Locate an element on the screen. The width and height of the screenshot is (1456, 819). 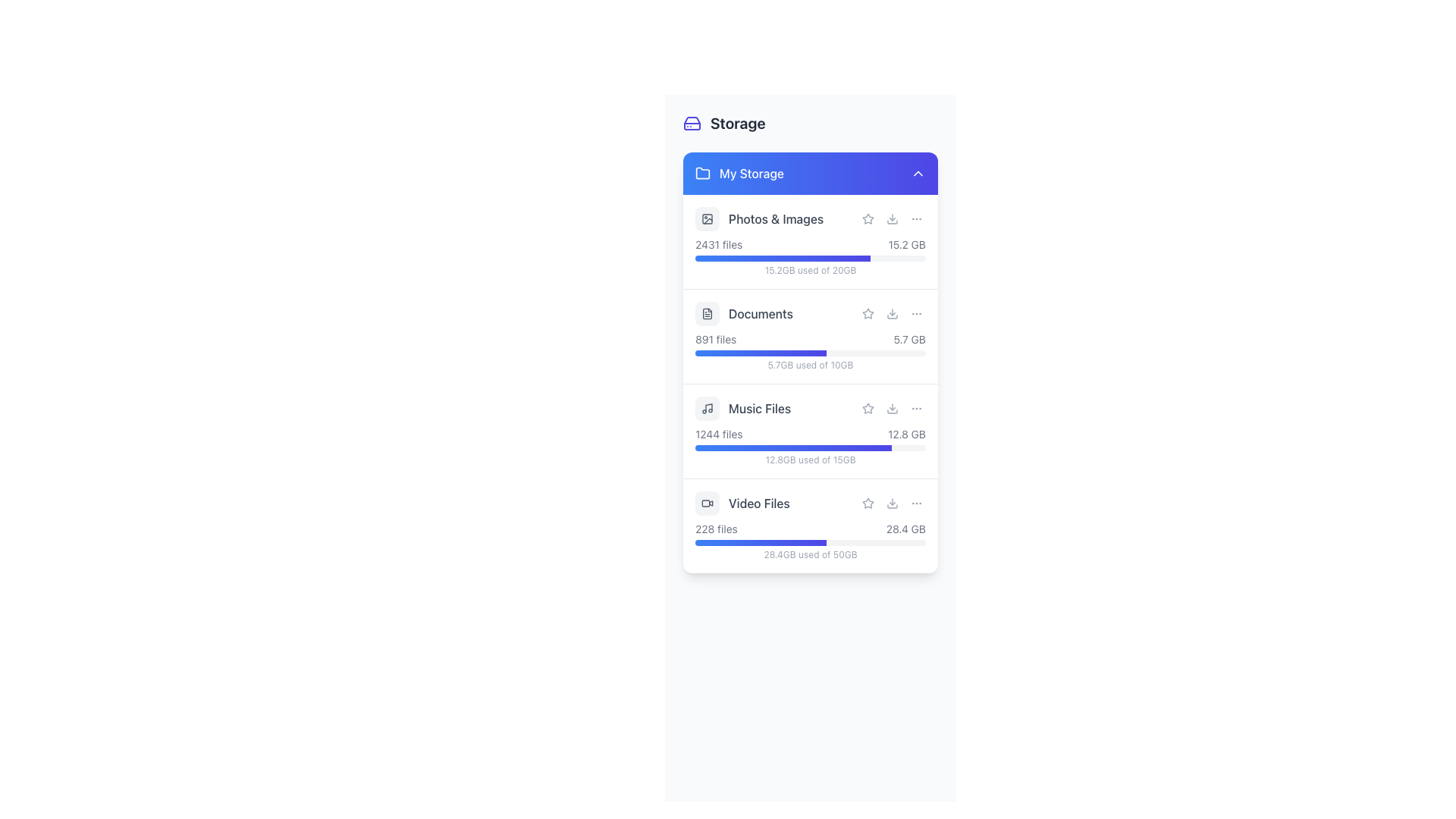
the circular download button with a gray outline is located at coordinates (892, 503).